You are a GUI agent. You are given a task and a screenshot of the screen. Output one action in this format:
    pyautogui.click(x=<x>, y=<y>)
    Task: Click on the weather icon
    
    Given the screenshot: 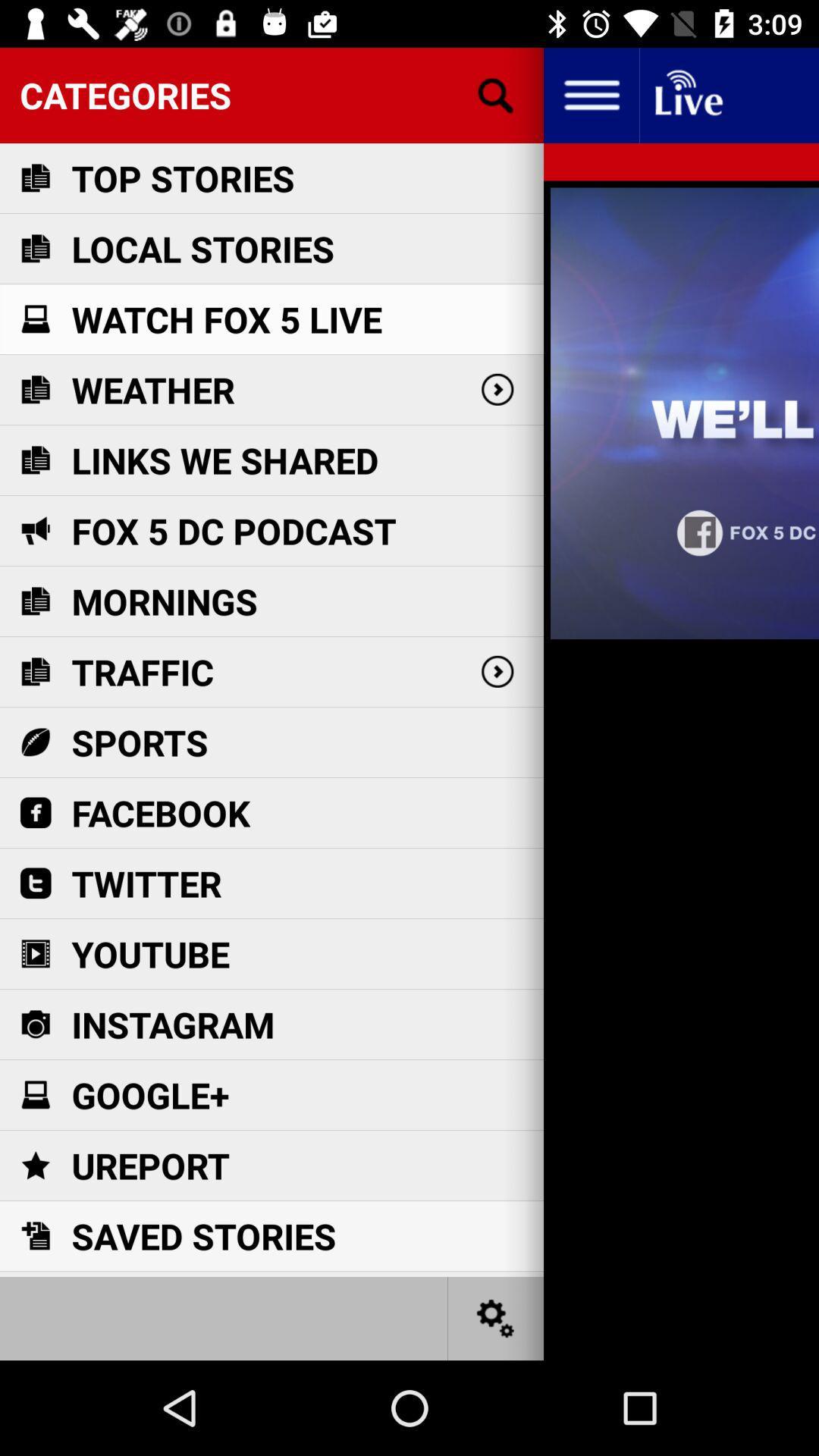 What is the action you would take?
    pyautogui.click(x=153, y=390)
    